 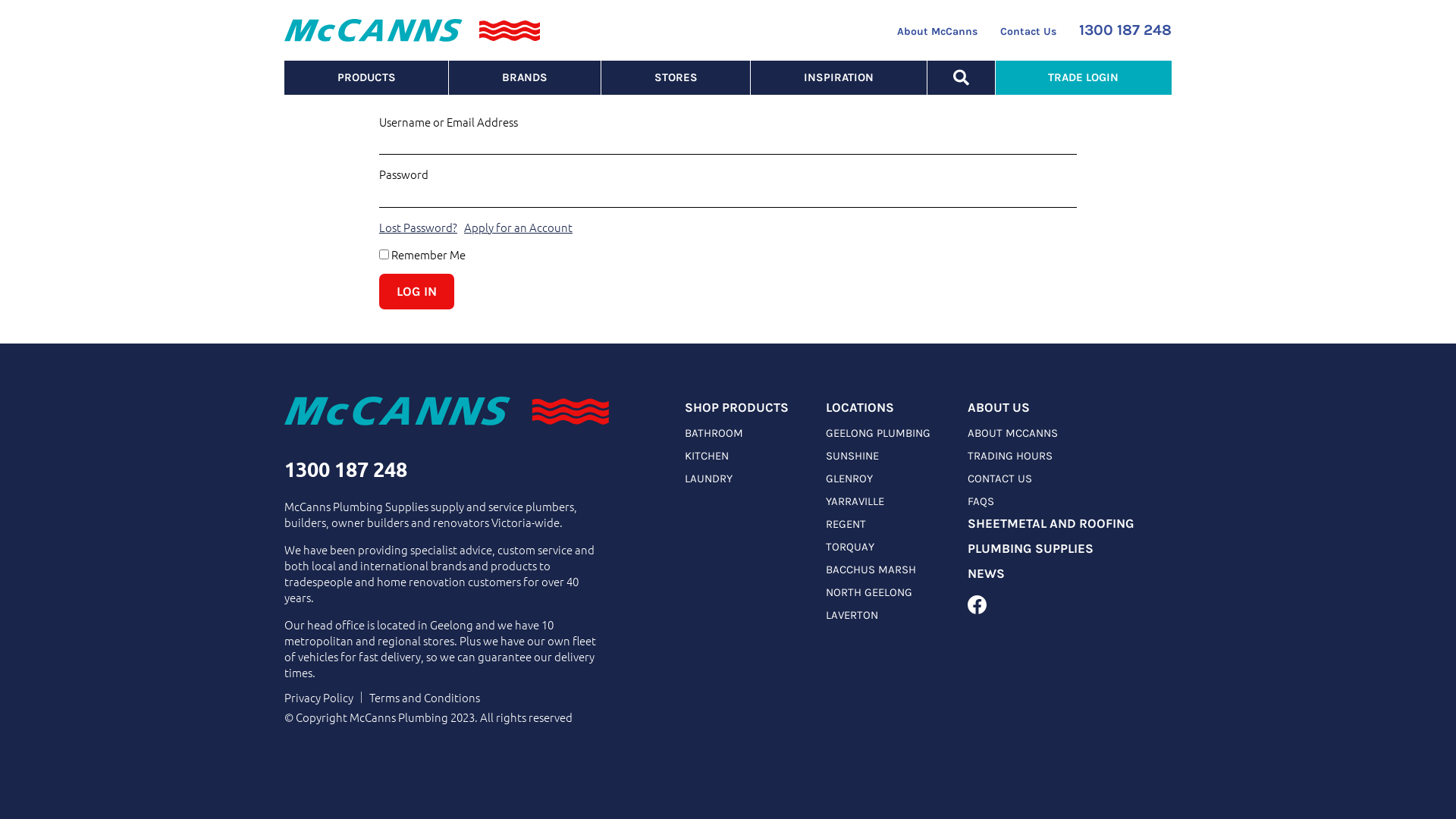 What do you see at coordinates (981, 500) in the screenshot?
I see `'FAQS'` at bounding box center [981, 500].